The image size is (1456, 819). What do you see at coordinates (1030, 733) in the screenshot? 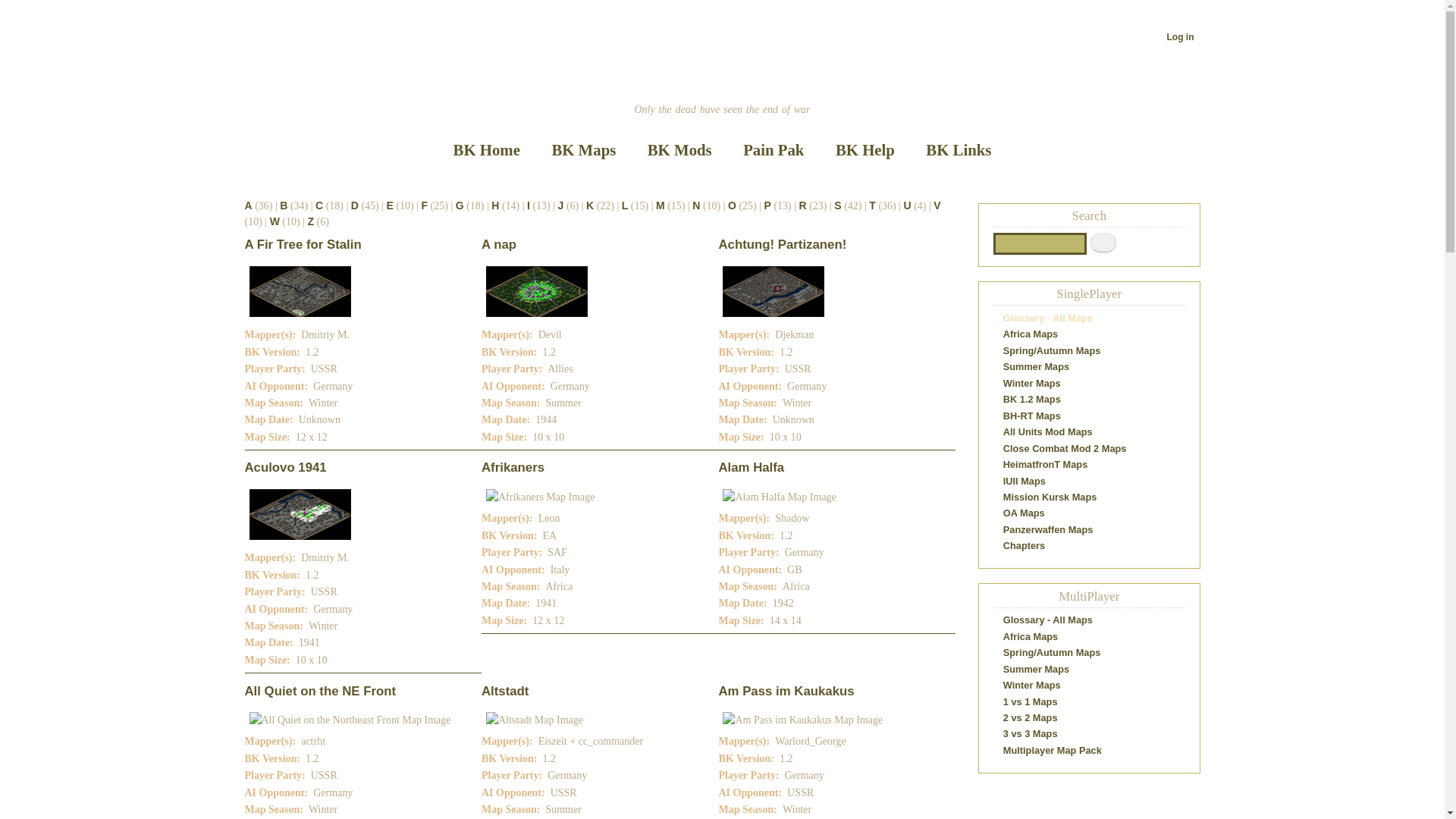
I see `'3 vs 3 Maps'` at bounding box center [1030, 733].